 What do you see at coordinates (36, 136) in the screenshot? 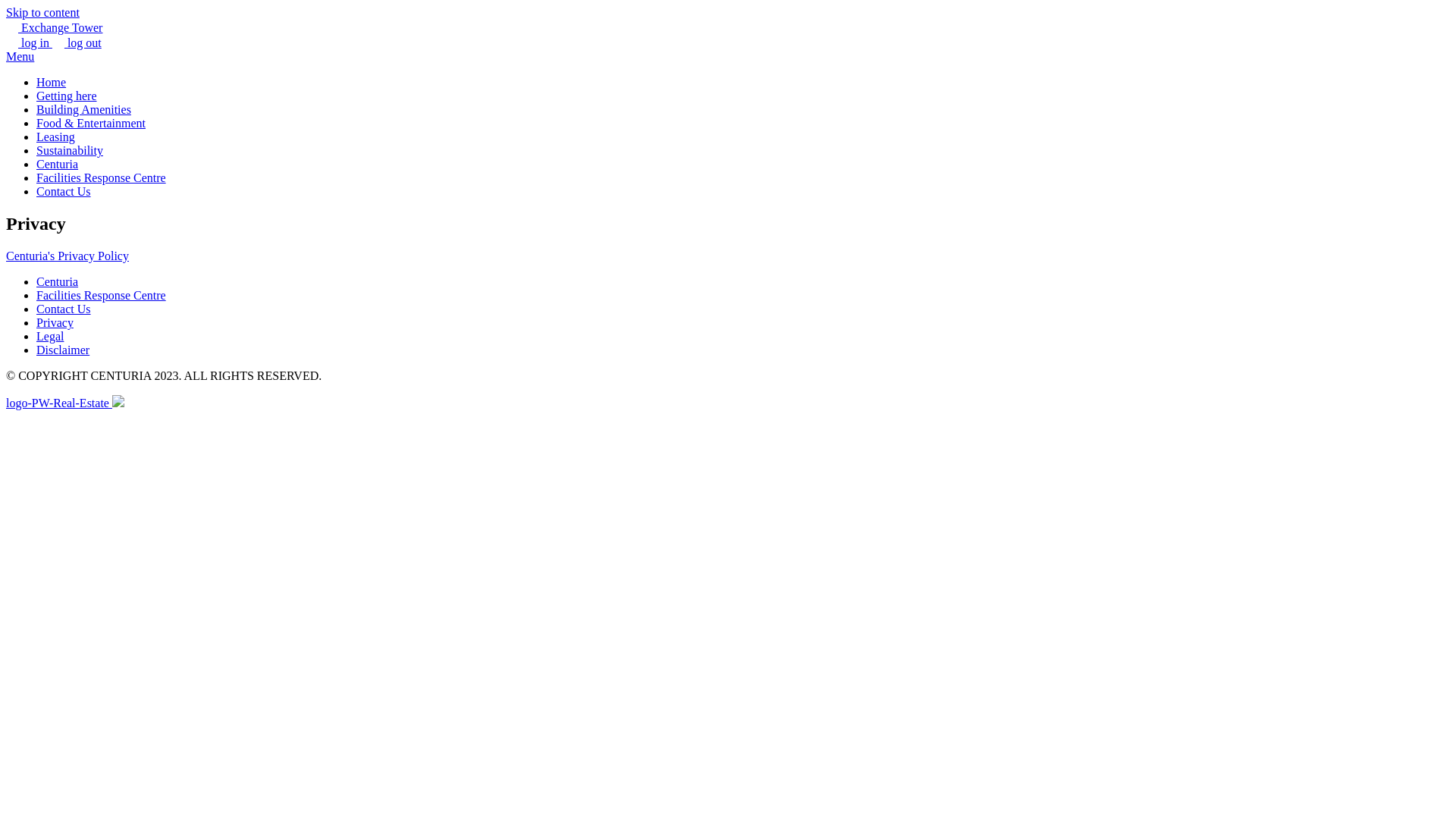
I see `'Leasing'` at bounding box center [36, 136].